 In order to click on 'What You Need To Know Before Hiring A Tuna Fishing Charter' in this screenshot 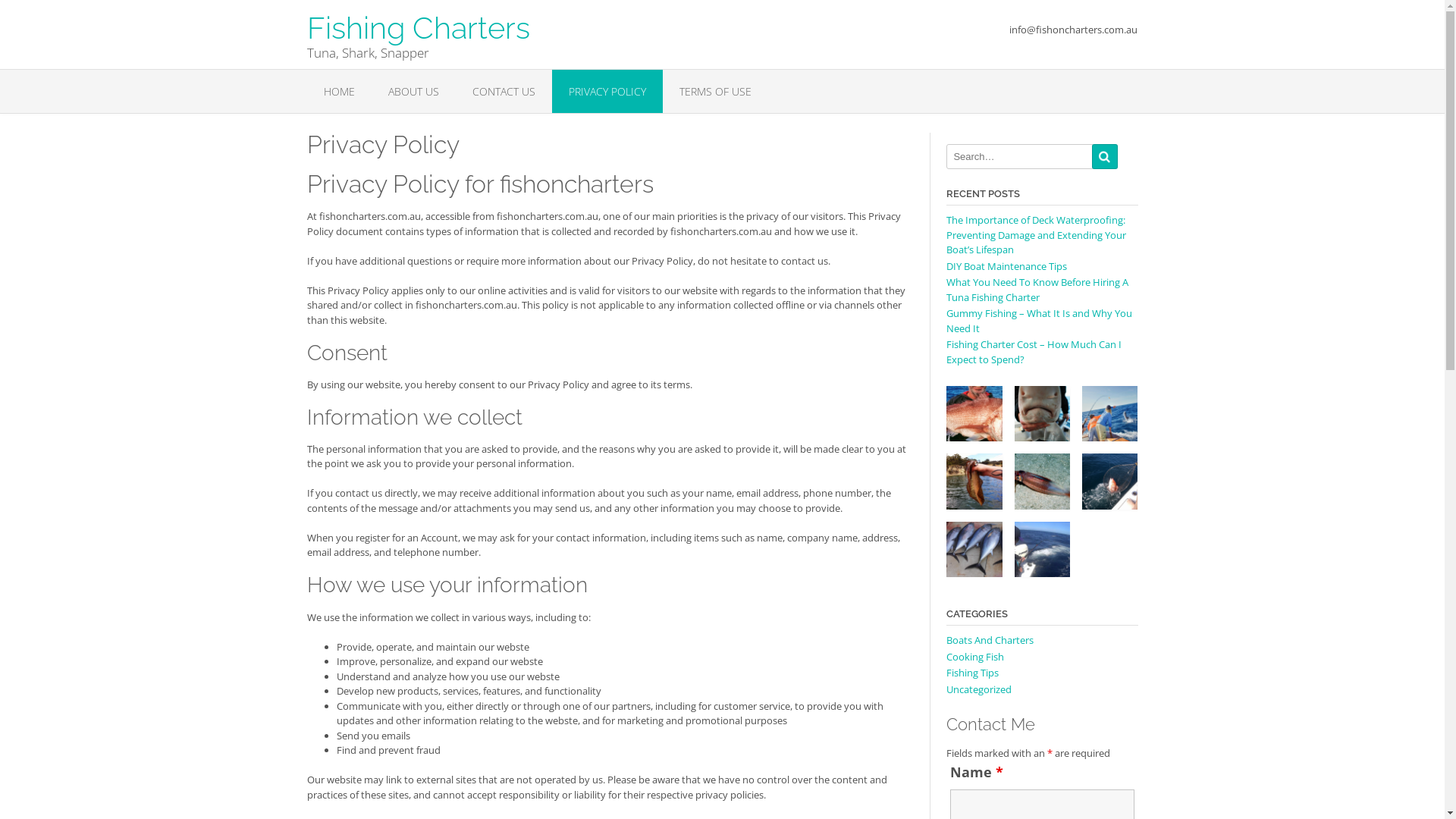, I will do `click(1037, 289)`.